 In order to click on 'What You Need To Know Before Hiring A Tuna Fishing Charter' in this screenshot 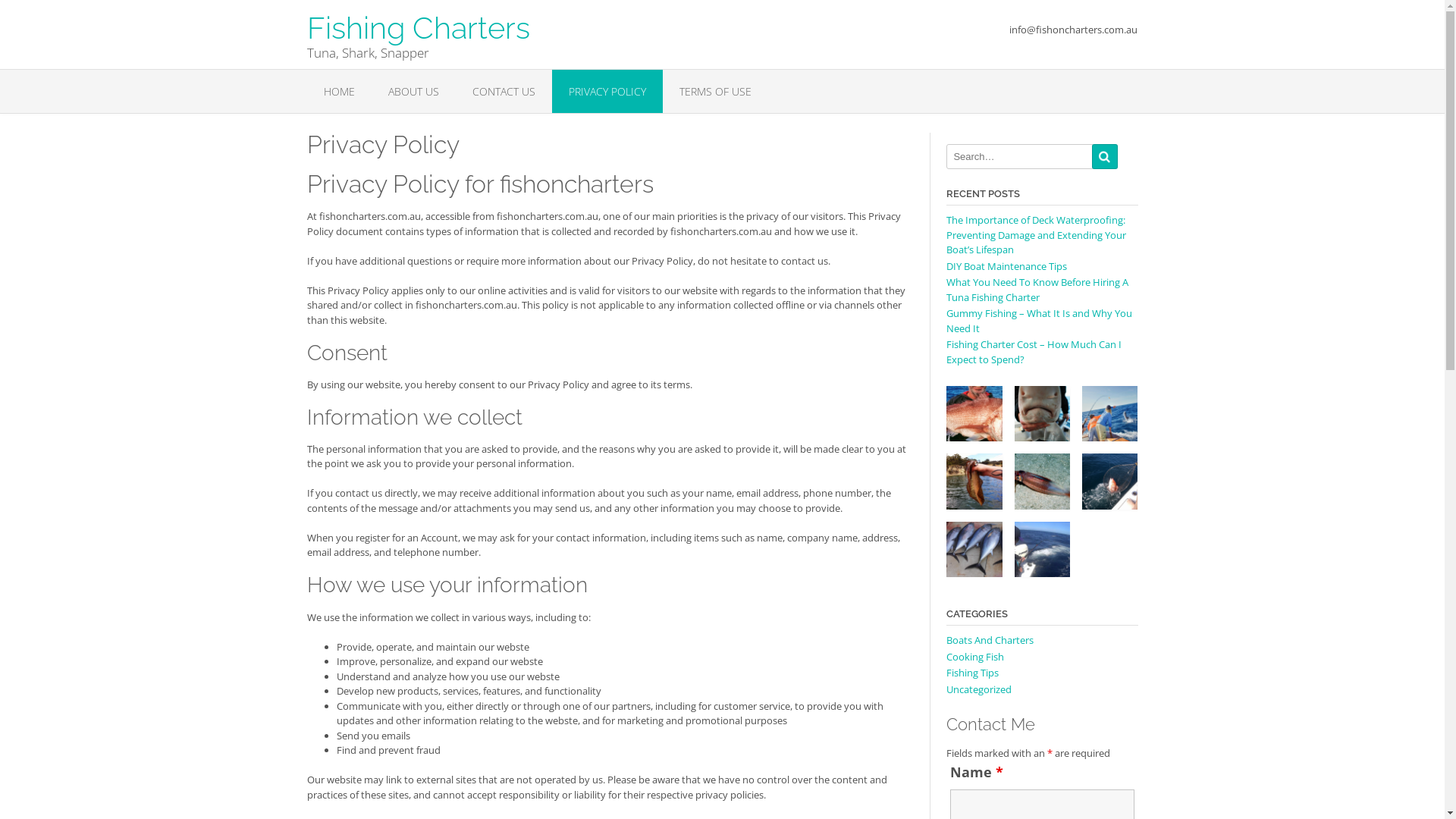, I will do `click(1037, 289)`.